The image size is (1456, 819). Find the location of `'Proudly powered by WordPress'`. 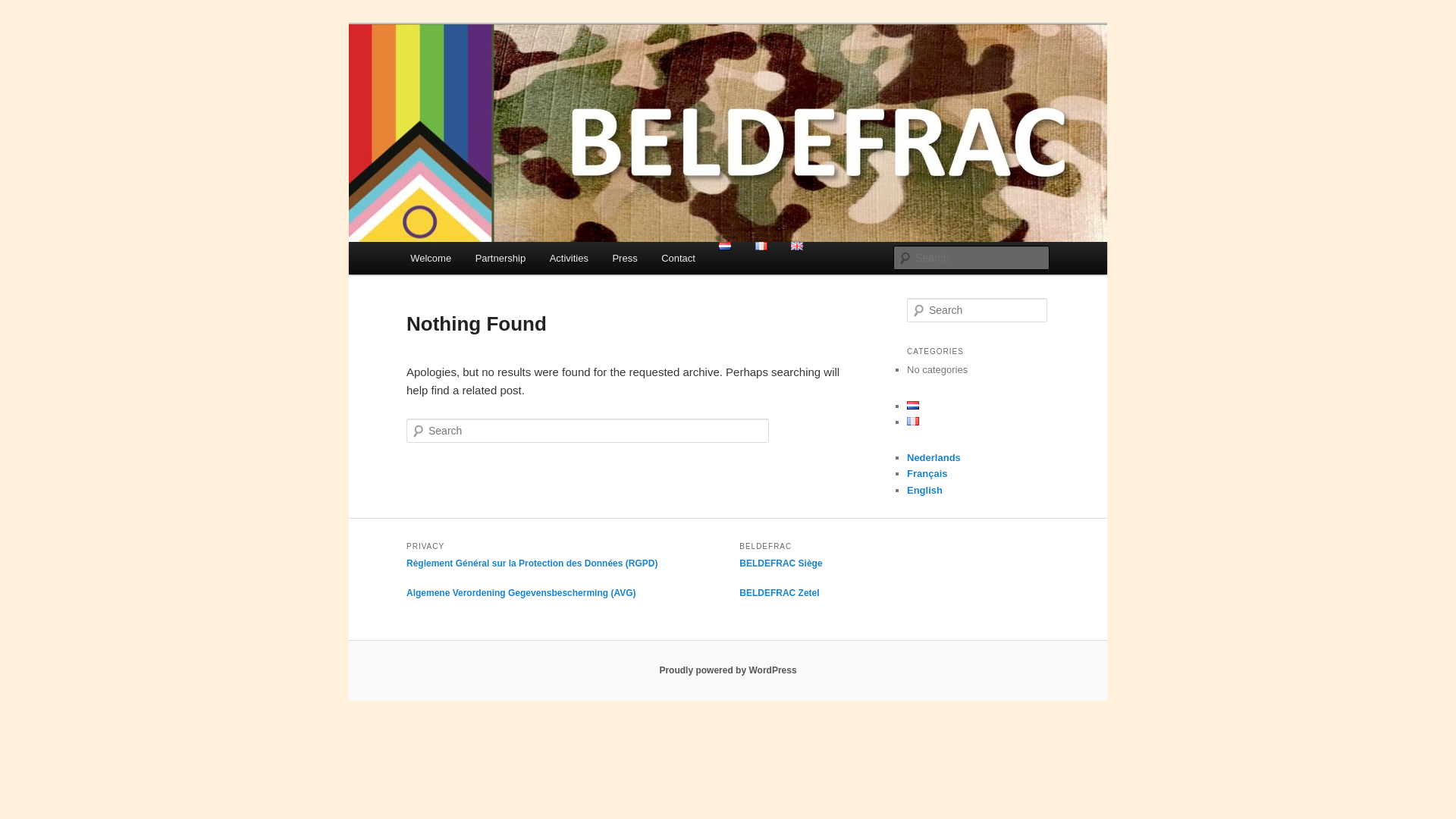

'Proudly powered by WordPress' is located at coordinates (726, 669).